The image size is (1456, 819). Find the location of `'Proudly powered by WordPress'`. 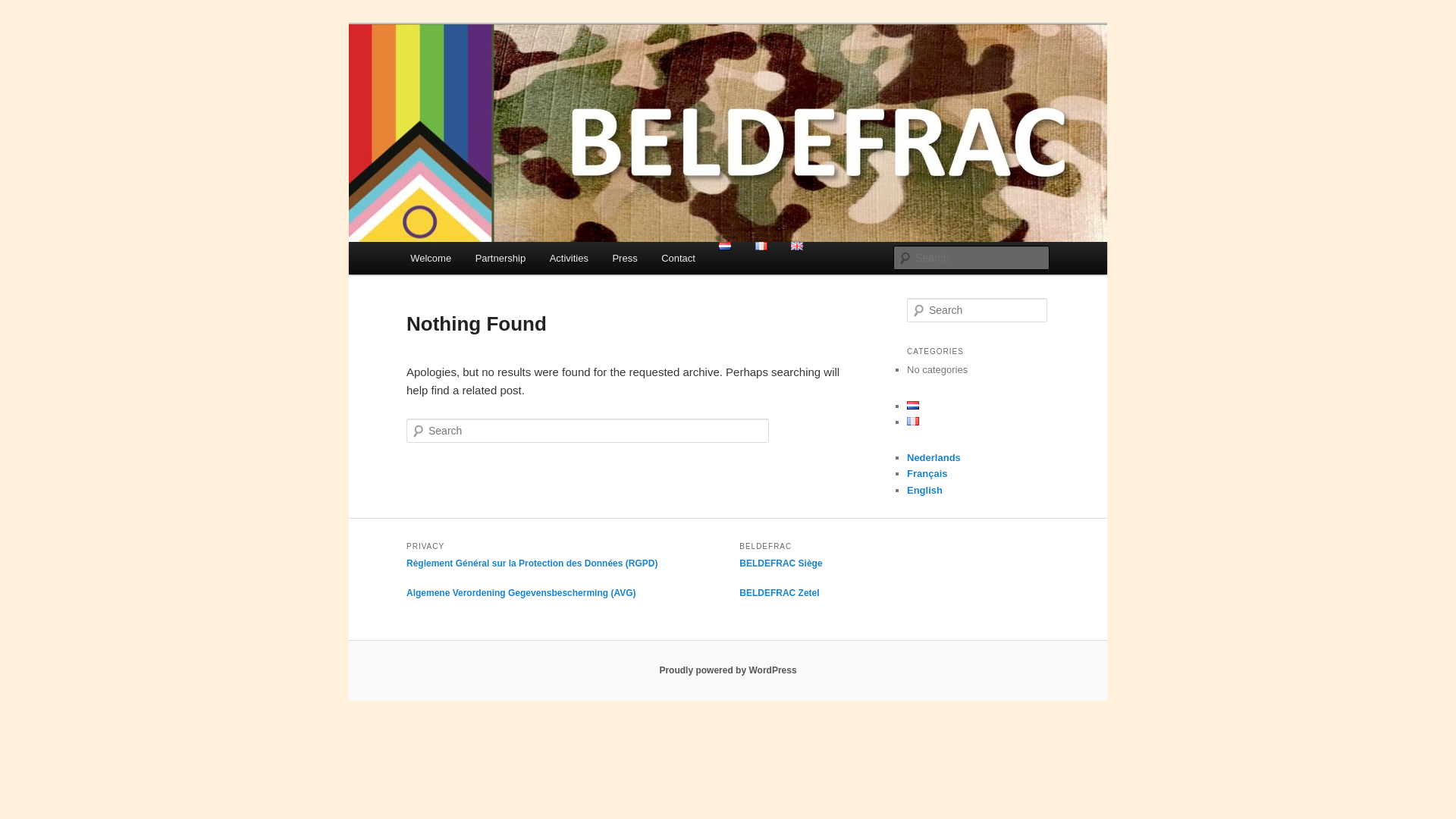

'Proudly powered by WordPress' is located at coordinates (726, 669).